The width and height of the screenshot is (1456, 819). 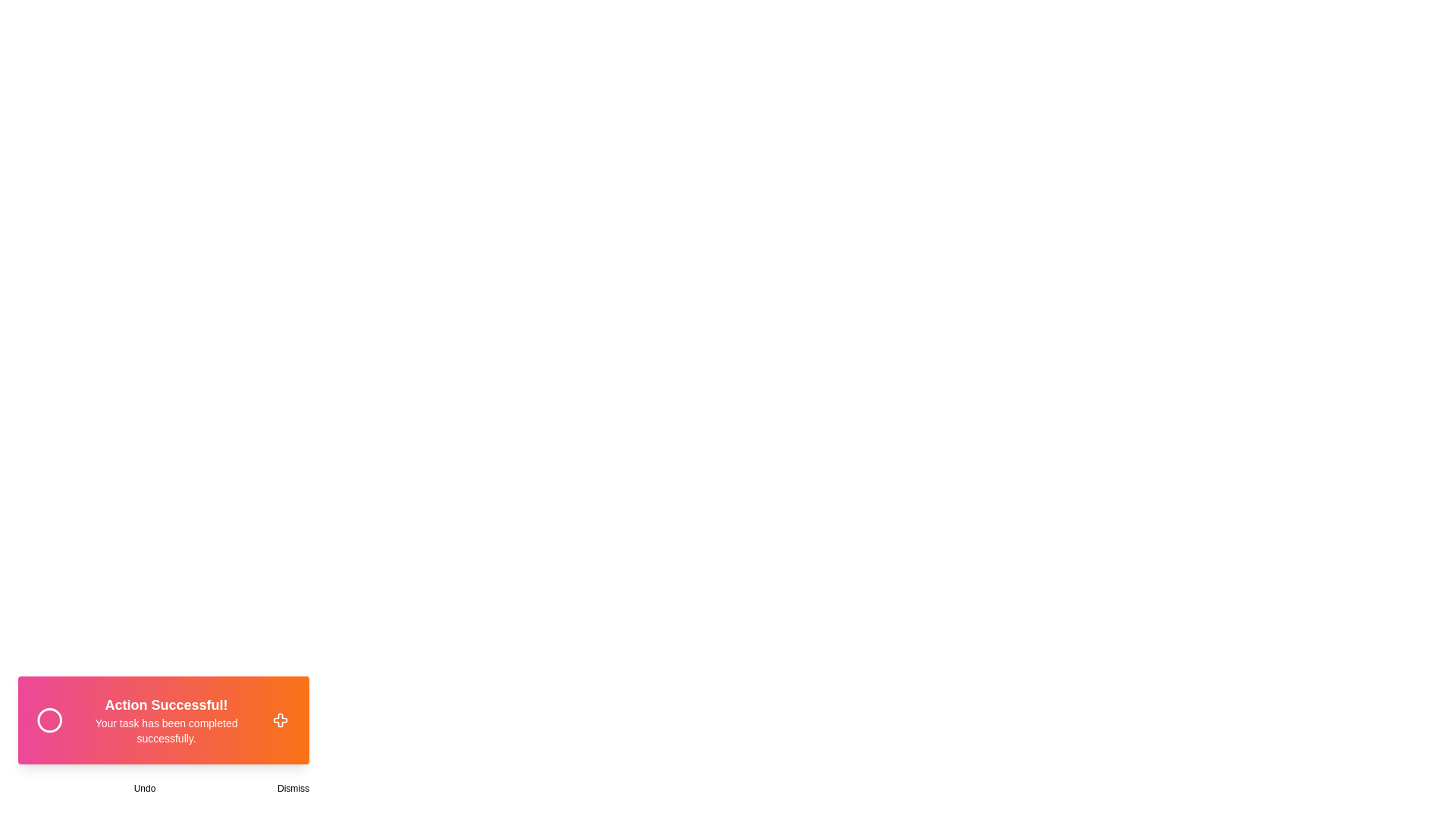 What do you see at coordinates (145, 788) in the screenshot?
I see `Undo button to revert the action` at bounding box center [145, 788].